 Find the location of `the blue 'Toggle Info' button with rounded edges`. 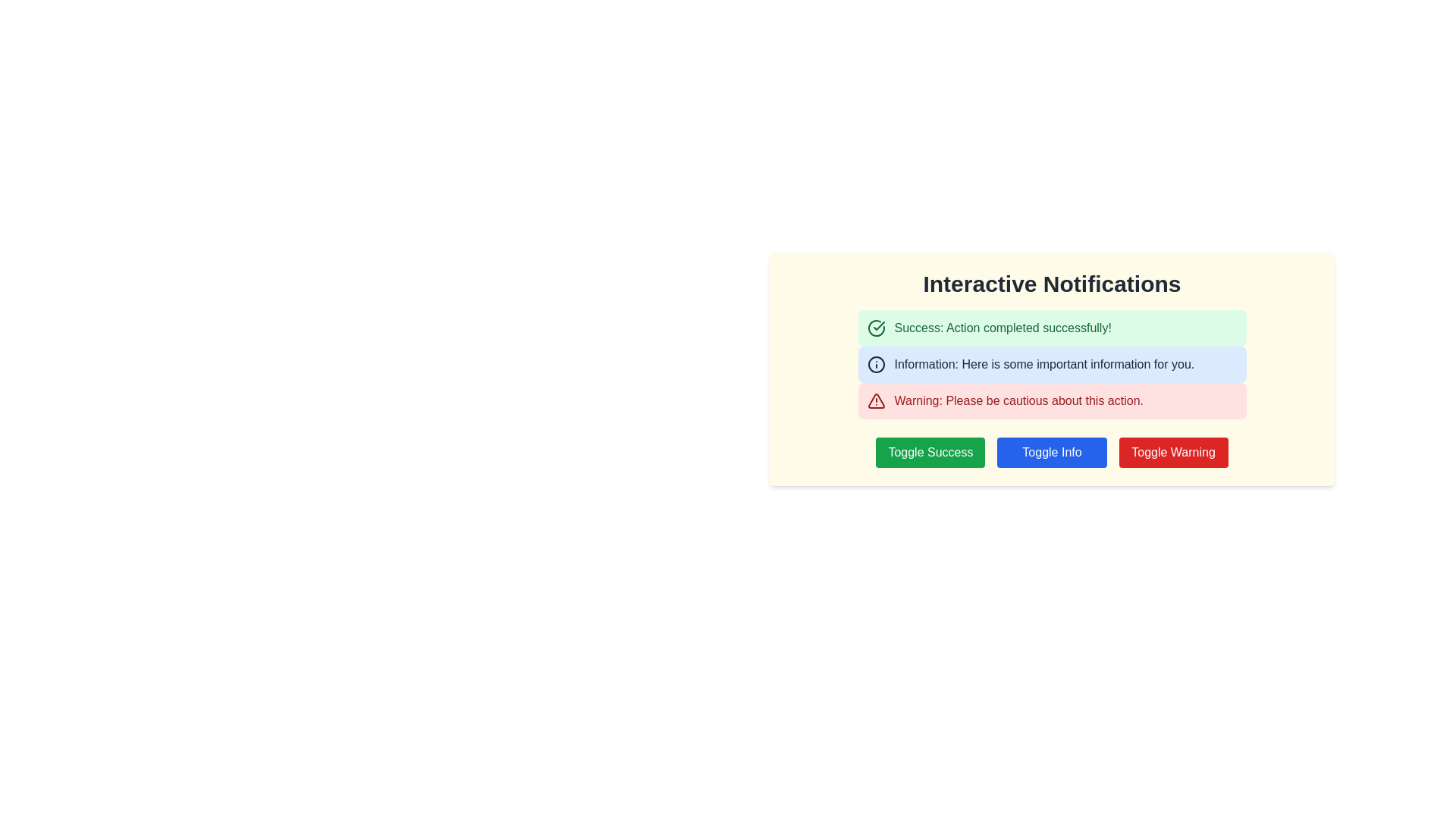

the blue 'Toggle Info' button with rounded edges is located at coordinates (1051, 452).